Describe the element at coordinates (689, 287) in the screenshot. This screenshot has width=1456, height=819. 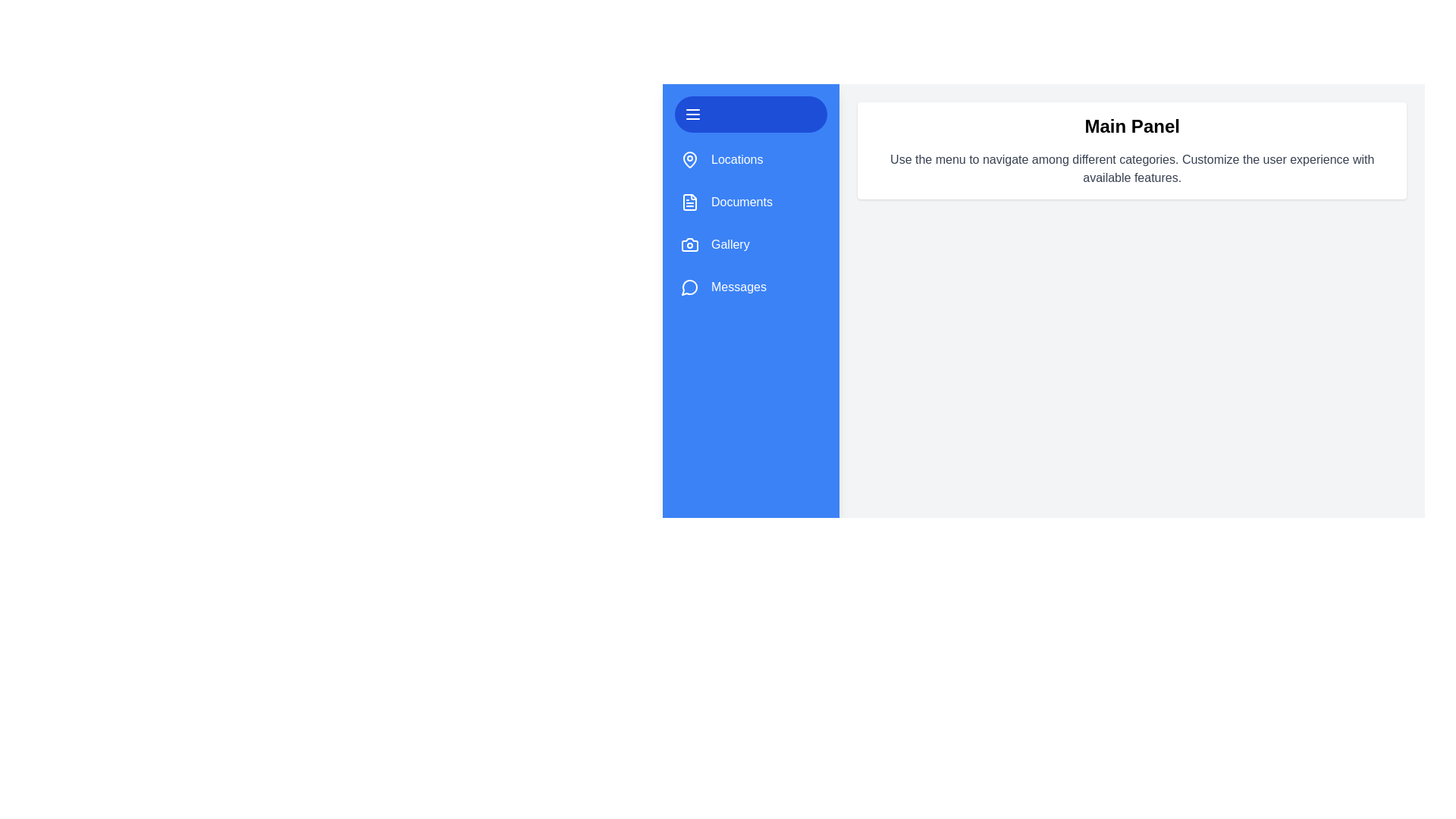
I see `the icon for the category Messages to inspect it` at that location.